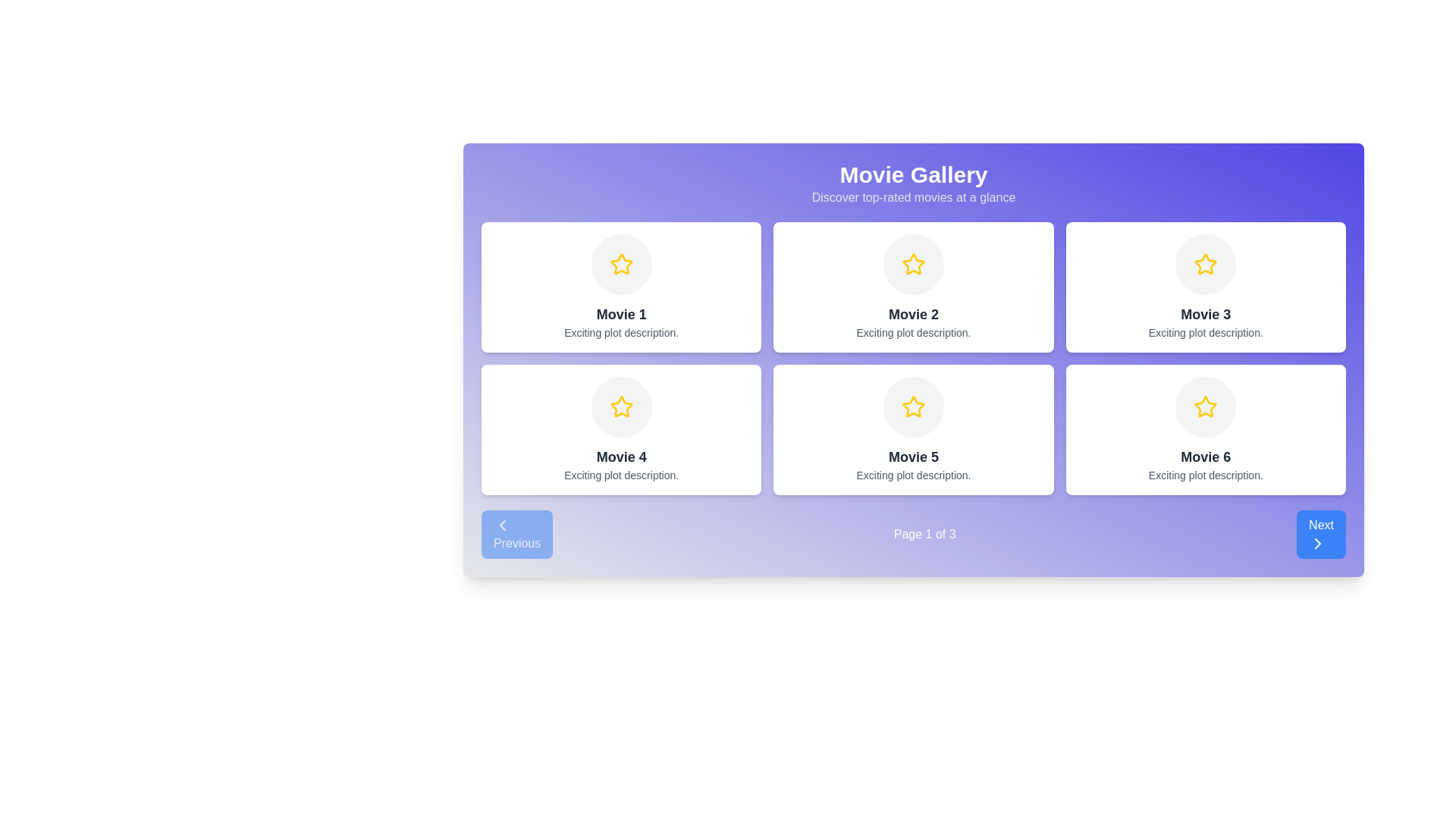  Describe the element at coordinates (621, 475) in the screenshot. I see `the informational text located directly below 'Movie 4' in the card for 'Movie 4' in the bottom-left section of the grid layout` at that location.